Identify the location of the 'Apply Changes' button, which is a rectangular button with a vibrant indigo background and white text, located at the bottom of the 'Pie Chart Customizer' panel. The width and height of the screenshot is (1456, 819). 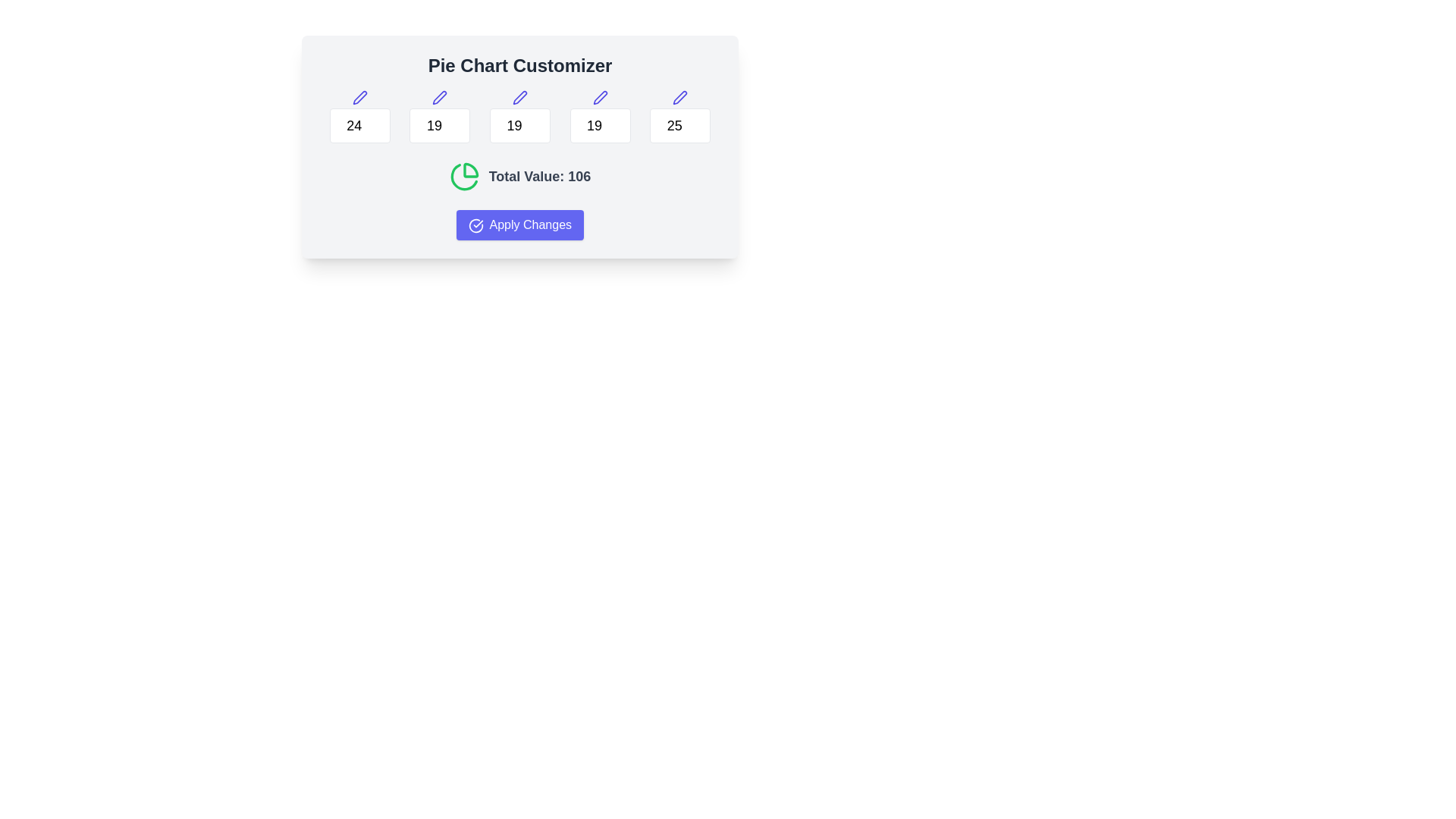
(520, 225).